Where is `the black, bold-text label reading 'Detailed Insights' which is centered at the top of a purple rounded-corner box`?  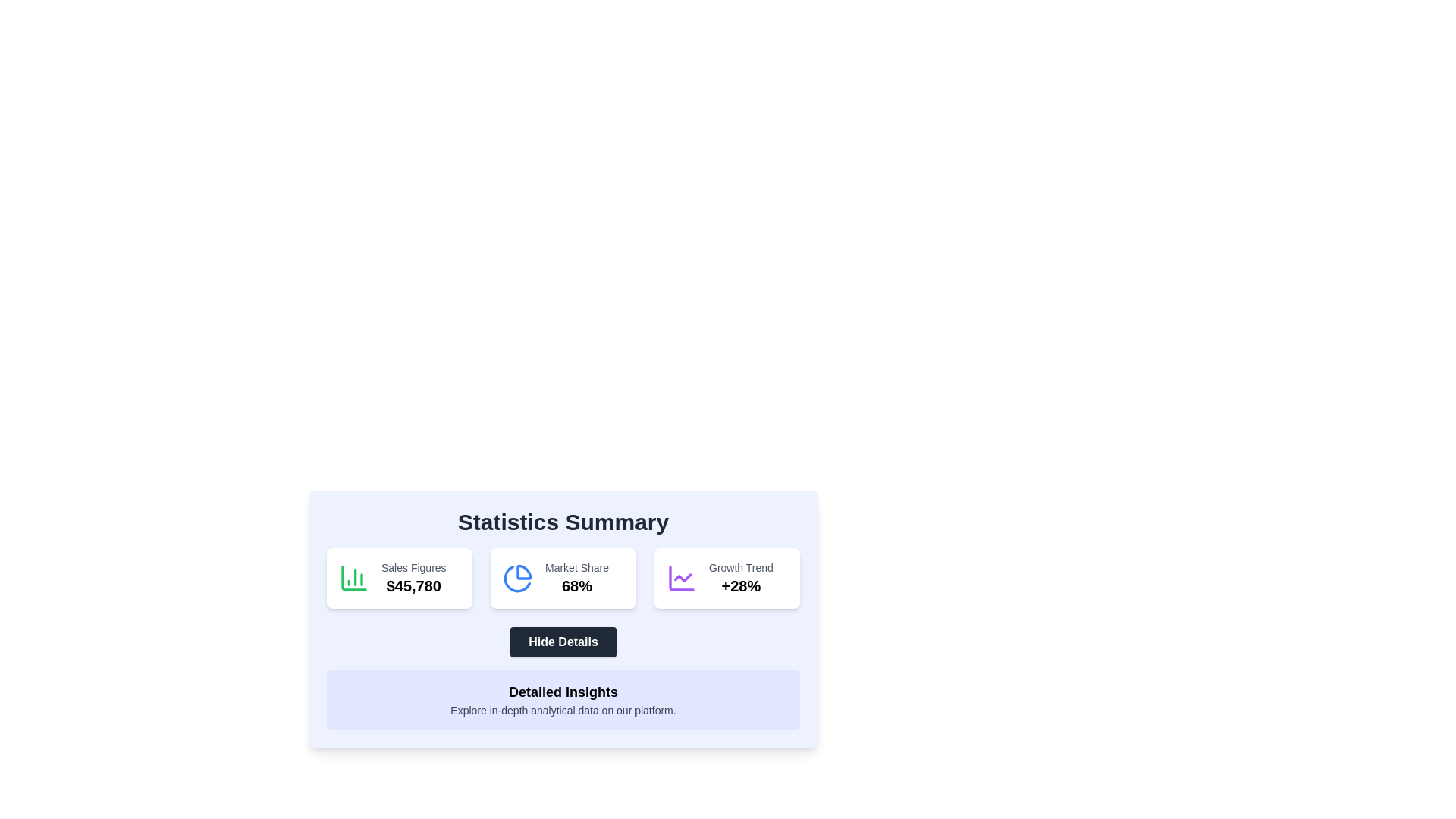 the black, bold-text label reading 'Detailed Insights' which is centered at the top of a purple rounded-corner box is located at coordinates (563, 692).